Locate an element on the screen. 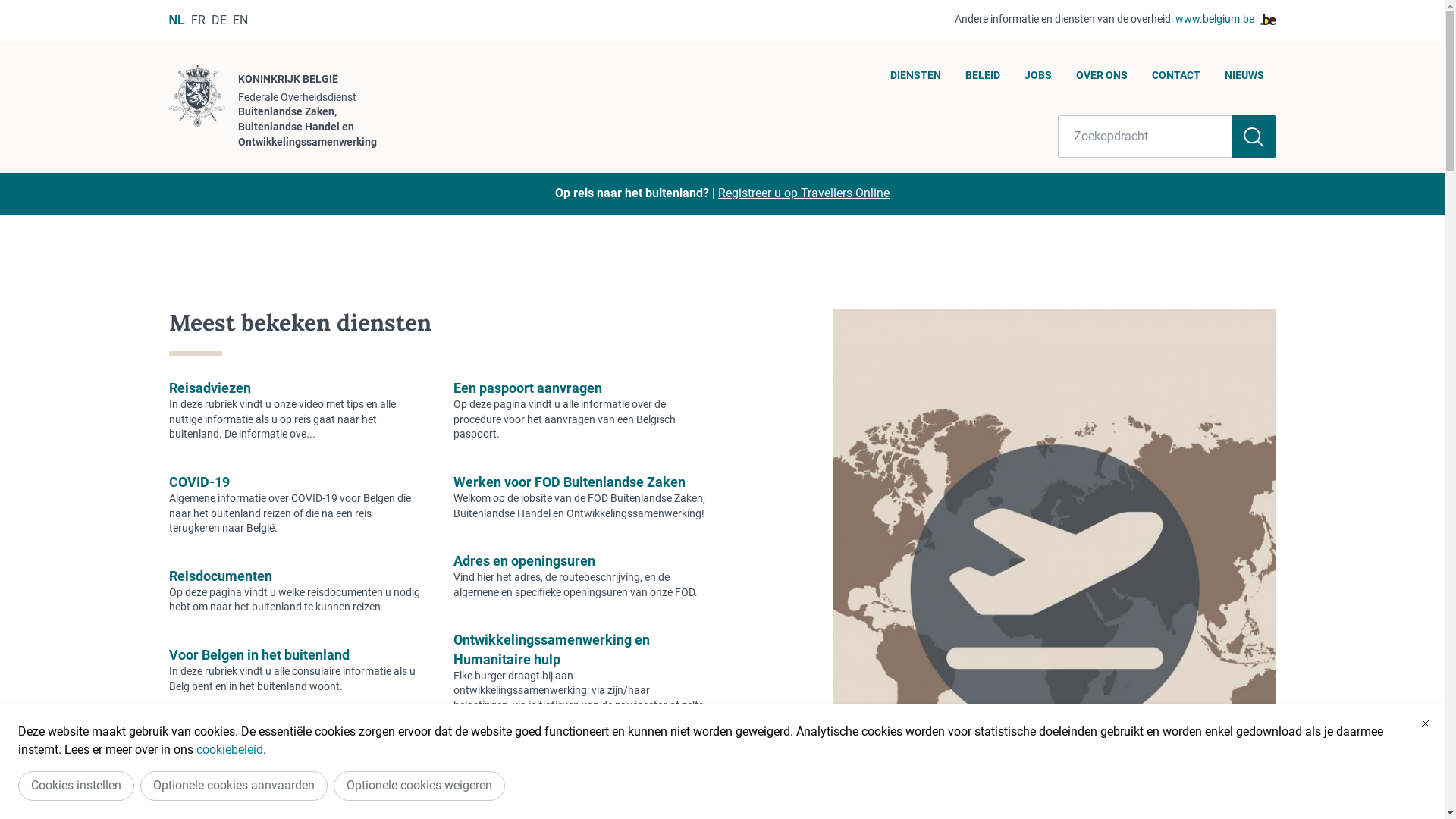 The width and height of the screenshot is (1456, 819). 'Reisdocumenten' is located at coordinates (218, 576).